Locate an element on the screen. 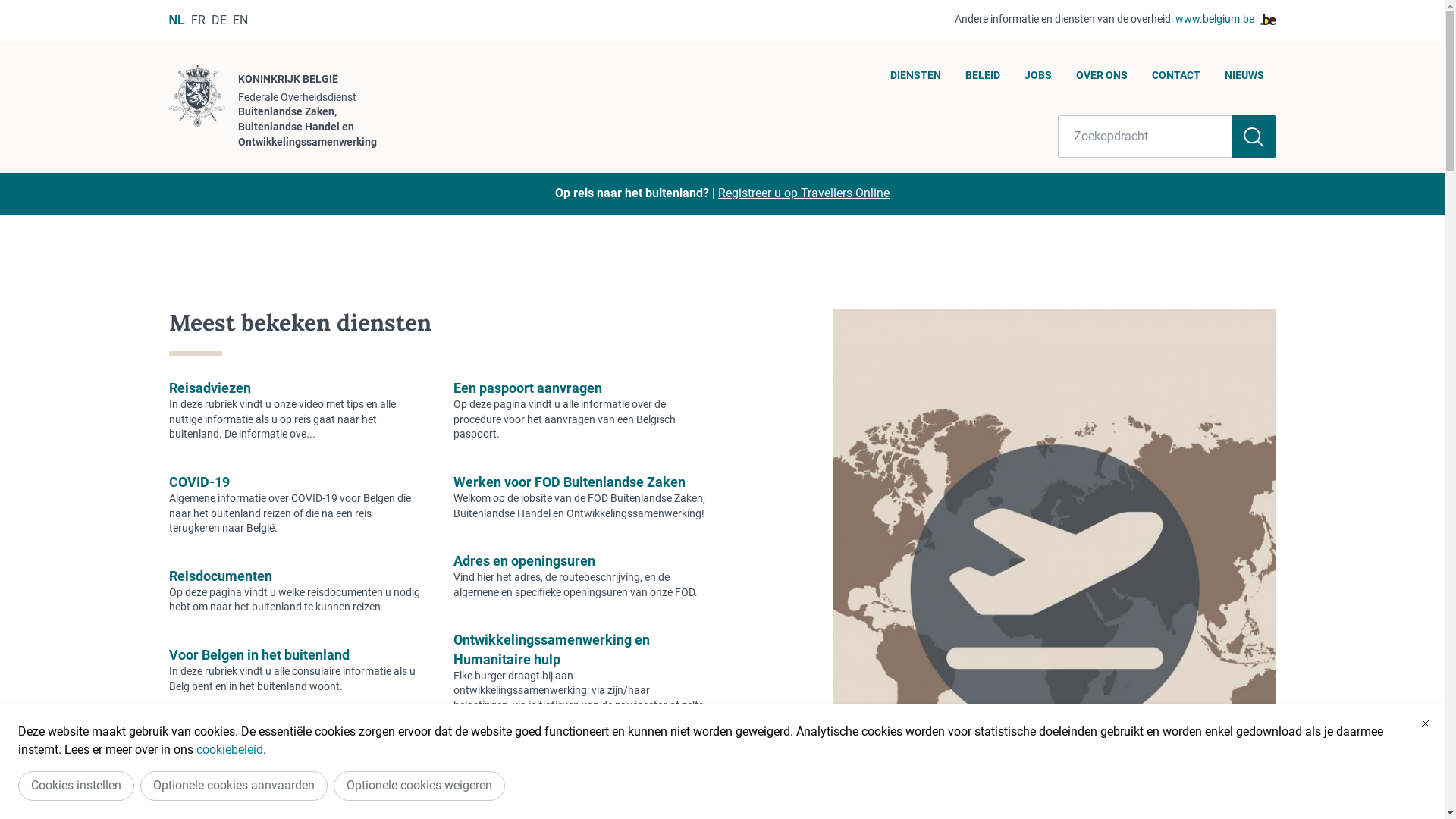 The width and height of the screenshot is (1456, 819). 'Reisdocumenten' is located at coordinates (218, 576).